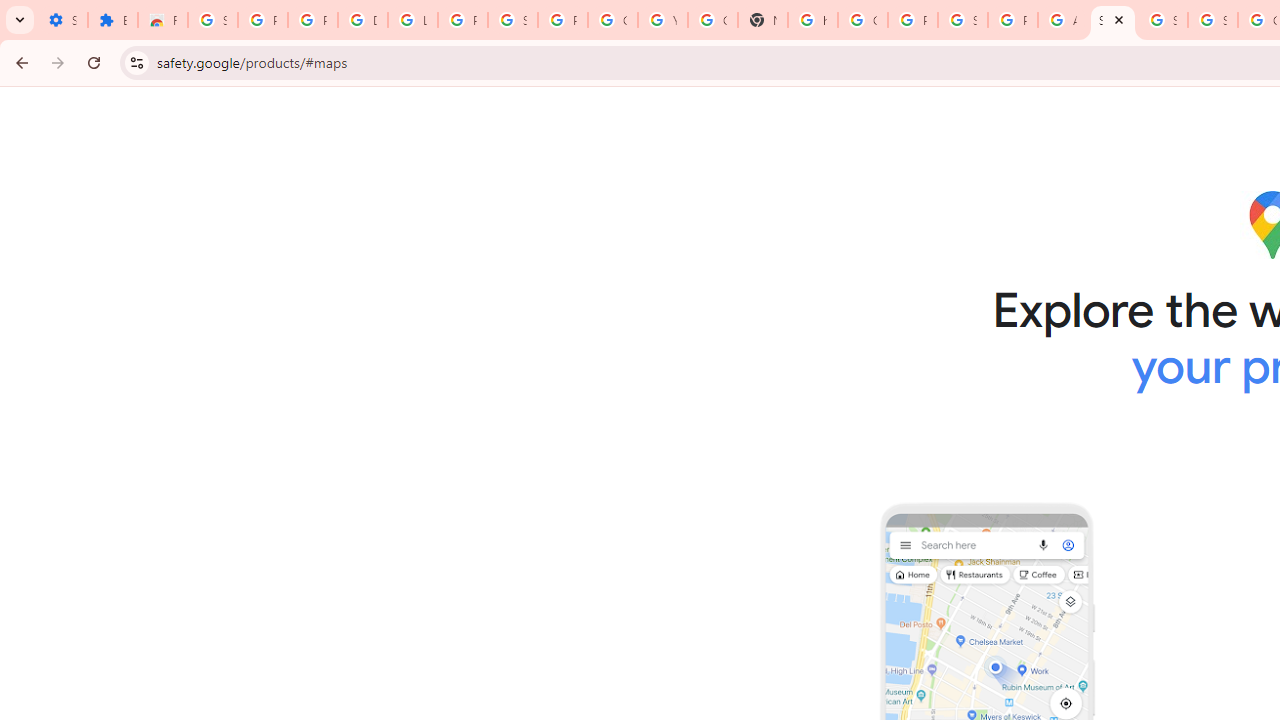 This screenshot has height=720, width=1280. Describe the element at coordinates (163, 20) in the screenshot. I see `'Reviews: Helix Fruit Jump Arcade Game'` at that location.